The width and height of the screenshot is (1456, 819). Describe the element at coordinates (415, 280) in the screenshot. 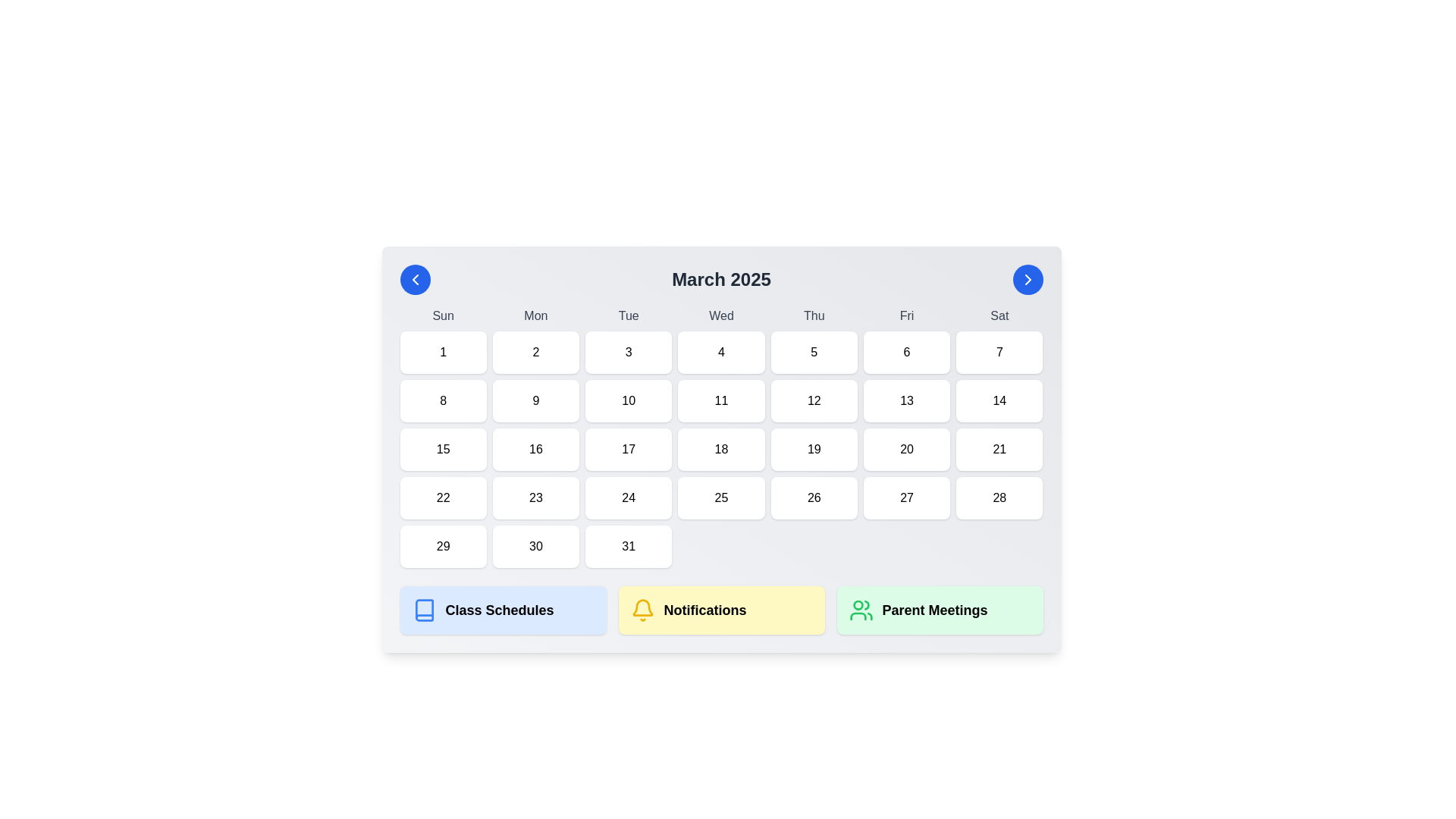

I see `the leftwards chevron icon located inside a blue circular button at the top-left corner of the calendar interface` at that location.